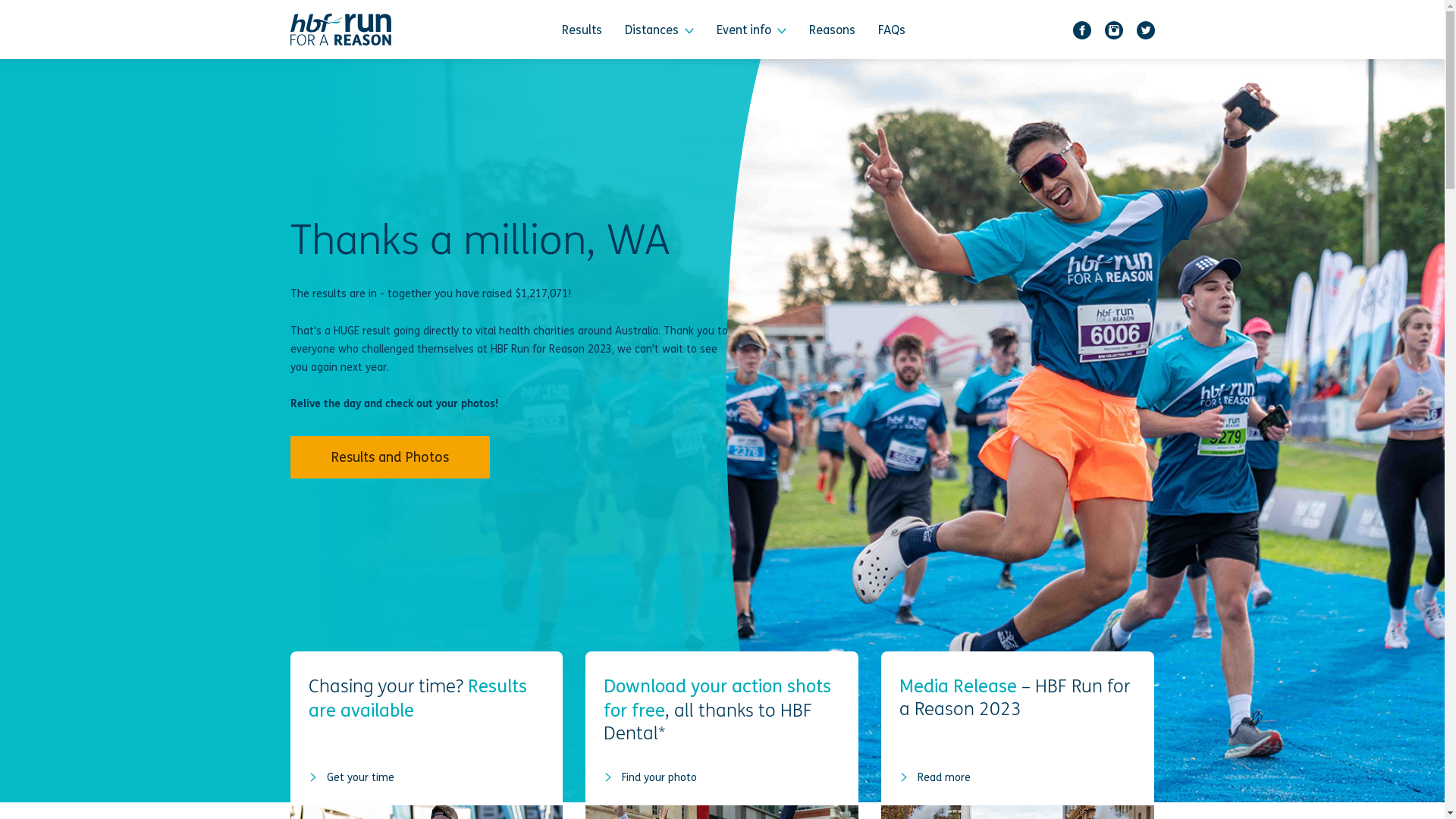  Describe the element at coordinates (1066, 29) in the screenshot. I see `'Facebook'` at that location.